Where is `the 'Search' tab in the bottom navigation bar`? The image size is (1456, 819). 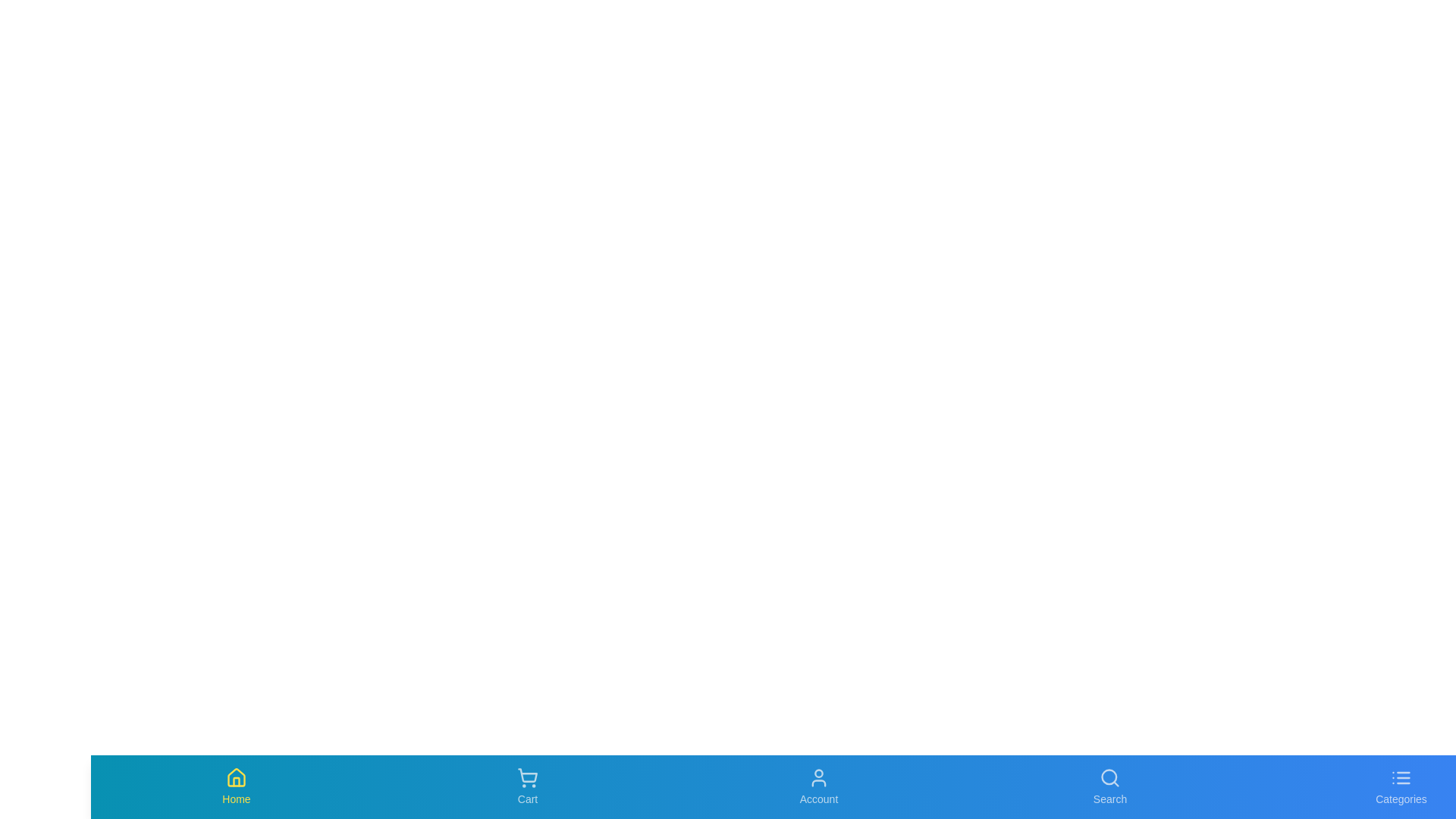
the 'Search' tab in the bottom navigation bar is located at coordinates (1110, 786).